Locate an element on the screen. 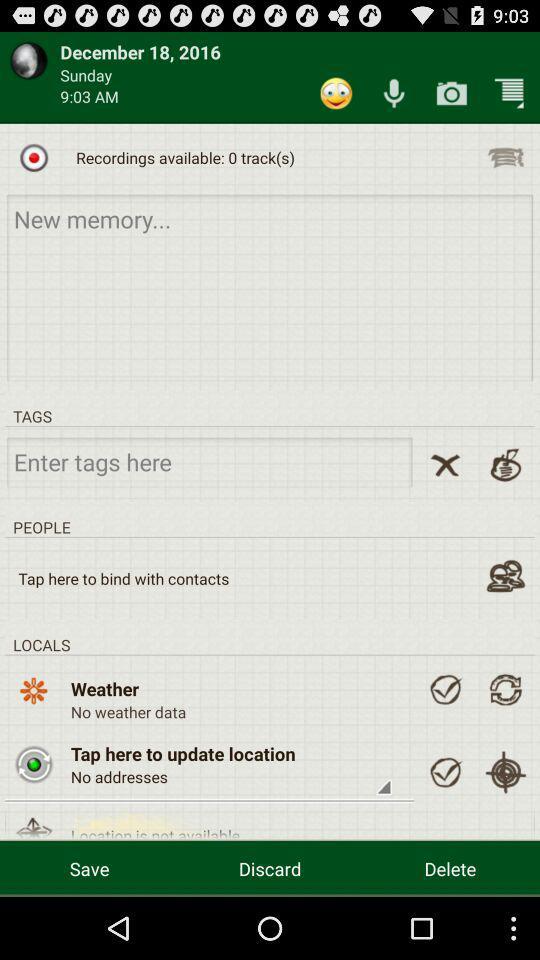  the check icon is located at coordinates (445, 737).